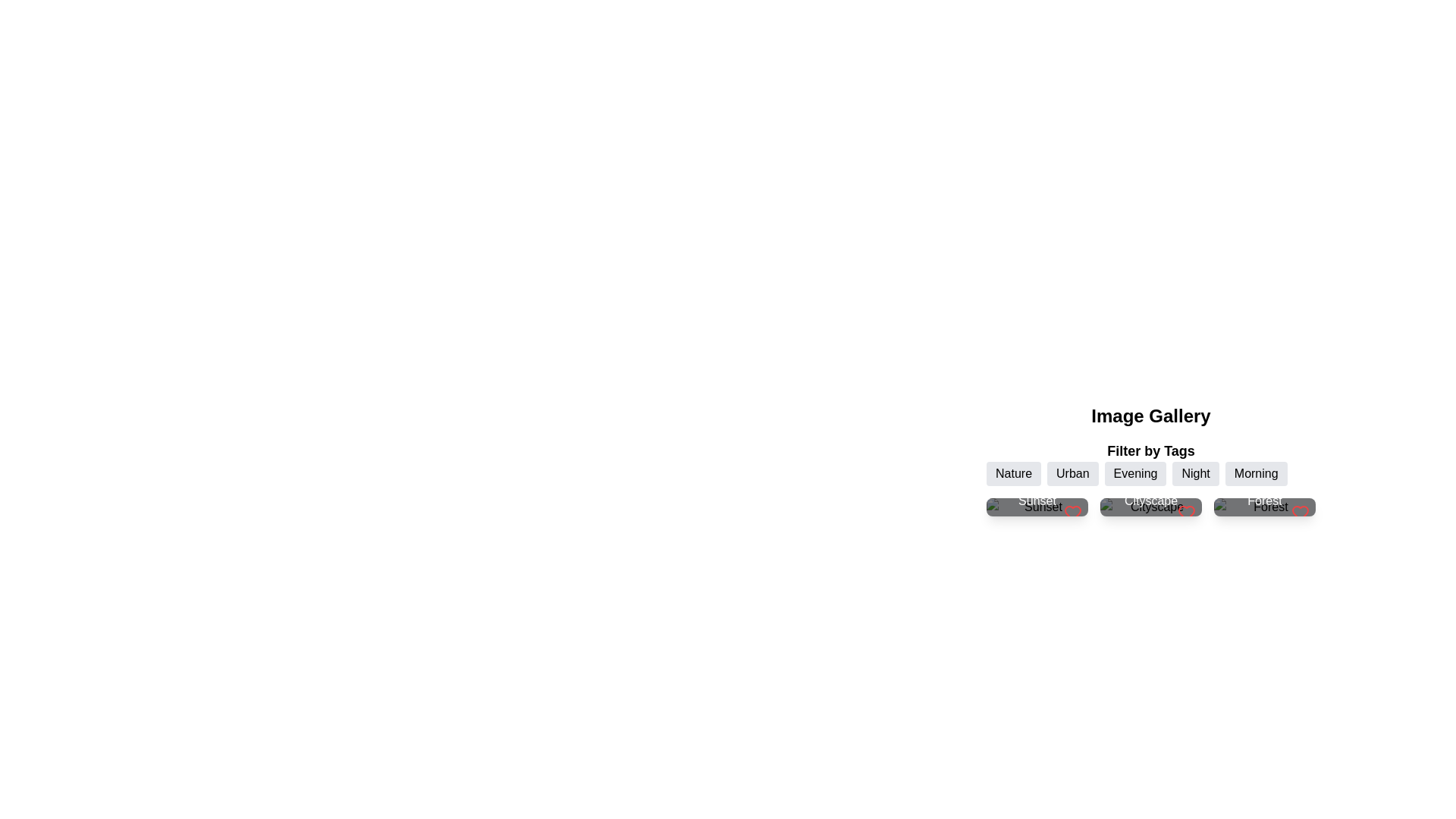  Describe the element at coordinates (1150, 462) in the screenshot. I see `text label that serves as a title above the filter buttons for selecting tags, which indicates their purpose in the interface` at that location.